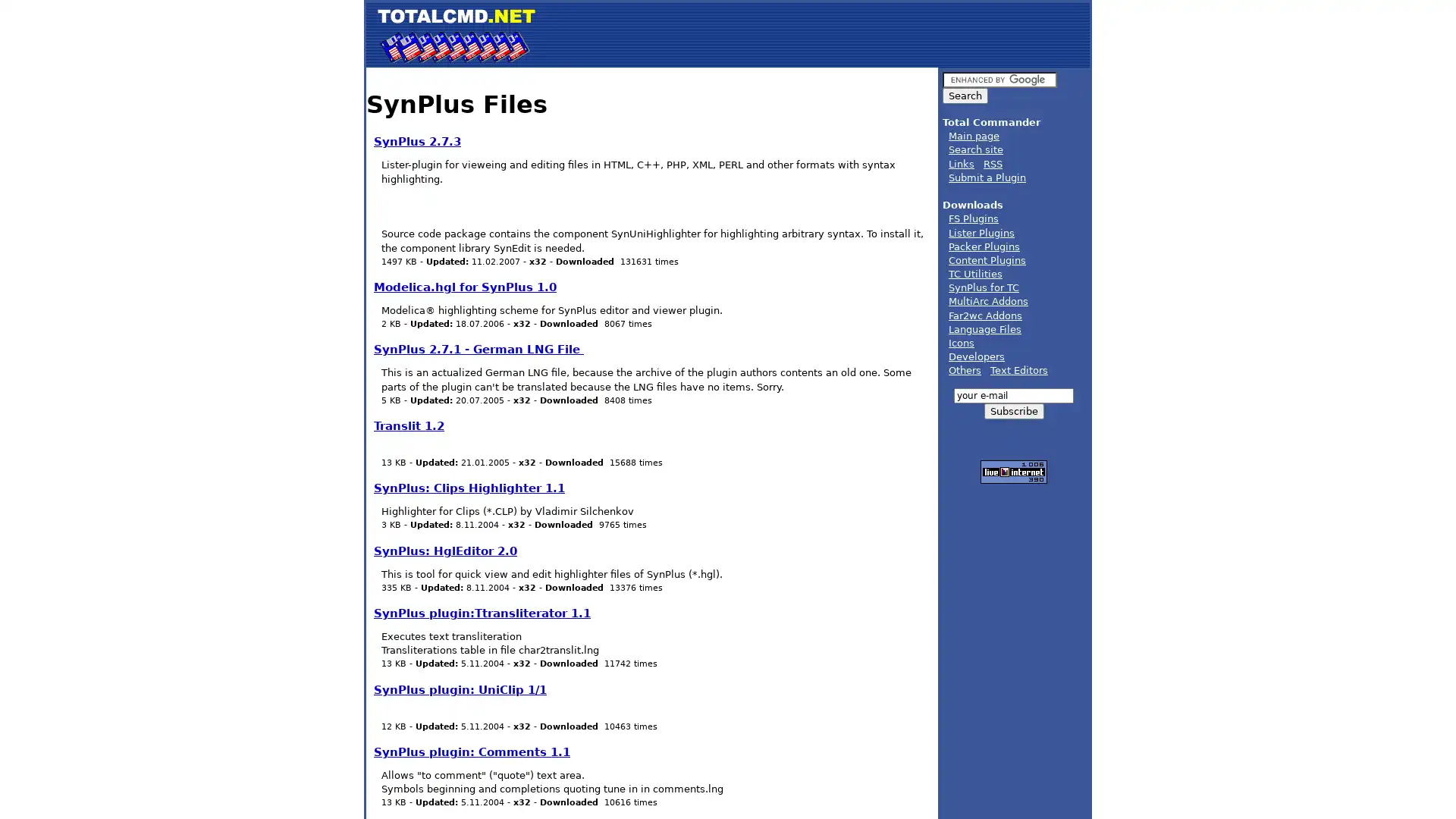  I want to click on Search, so click(964, 96).